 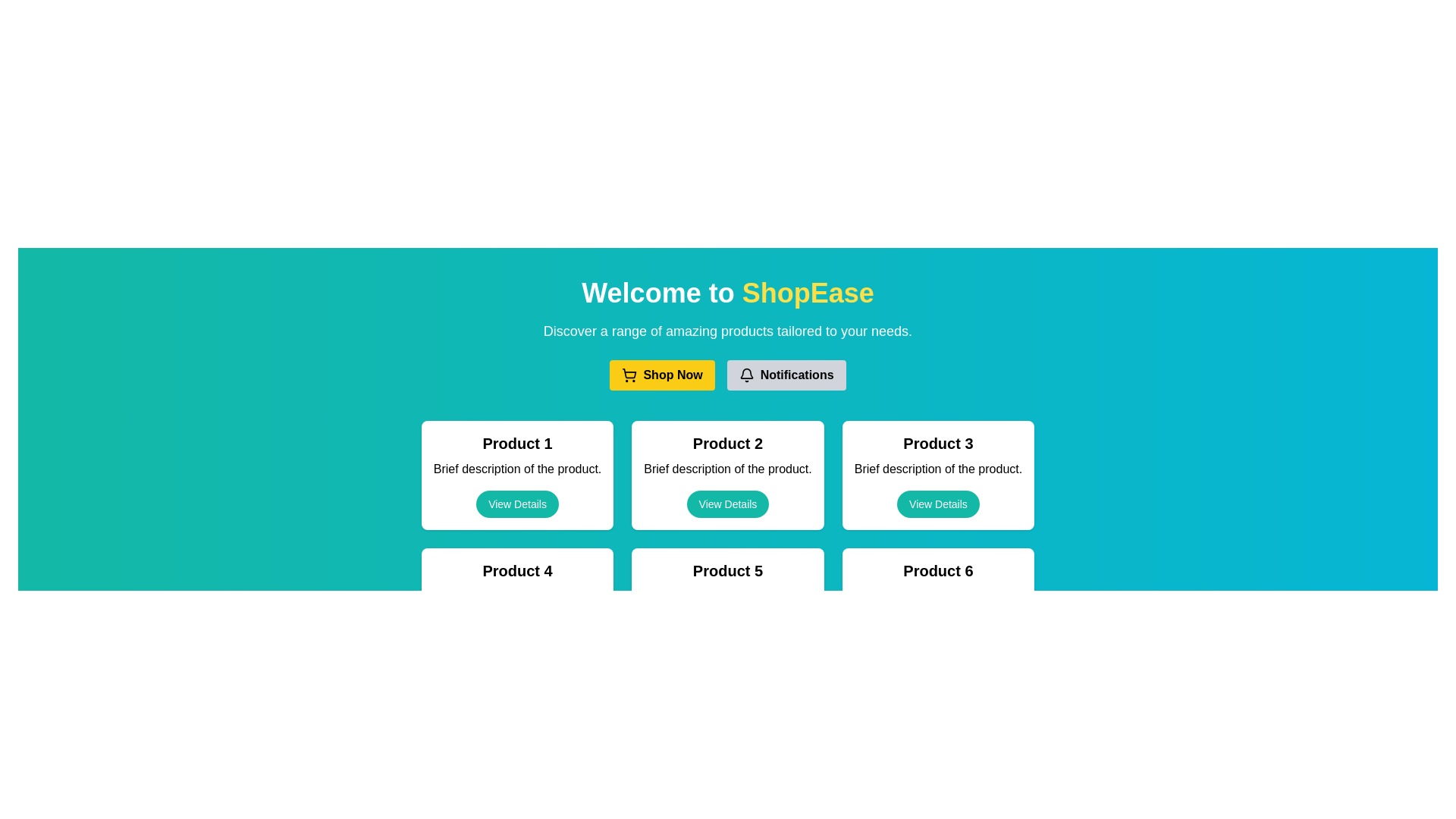 What do you see at coordinates (517, 468) in the screenshot?
I see `text element located within the 'Product 1' card, which provides a brief description of the associated product, positioned below the title and above the 'View Details' button` at bounding box center [517, 468].